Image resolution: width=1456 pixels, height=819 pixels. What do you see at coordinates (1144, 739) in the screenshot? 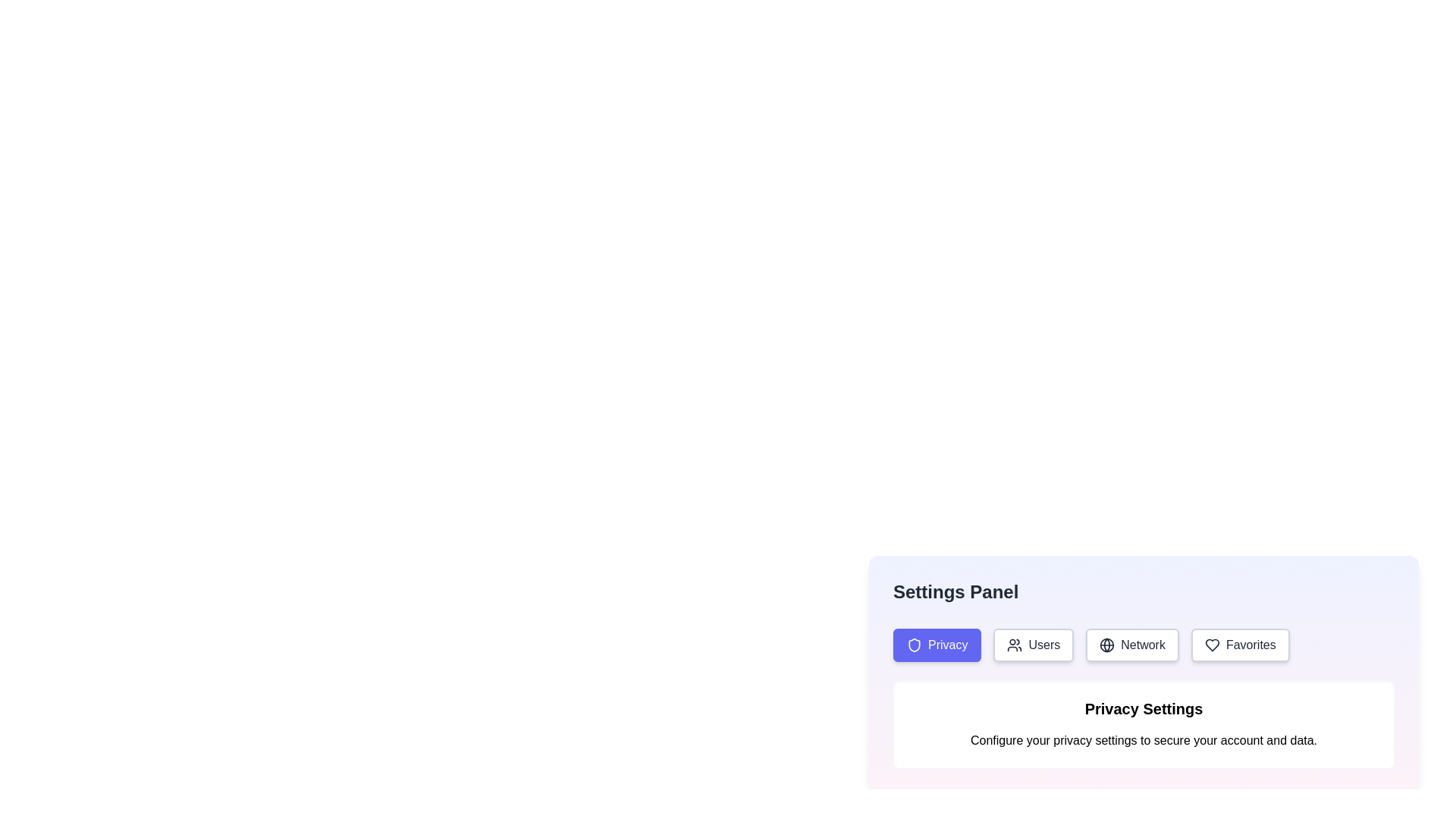
I see `the descriptive text label related to privacy settings located below the 'Privacy Settings' title in the 'Settings Panel'` at bounding box center [1144, 739].